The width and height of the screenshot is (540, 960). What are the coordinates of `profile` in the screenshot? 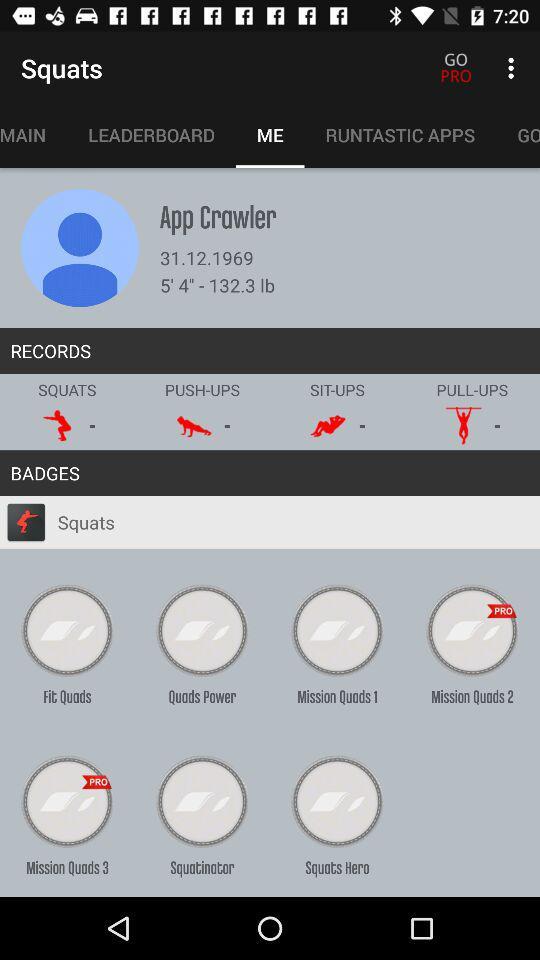 It's located at (79, 247).